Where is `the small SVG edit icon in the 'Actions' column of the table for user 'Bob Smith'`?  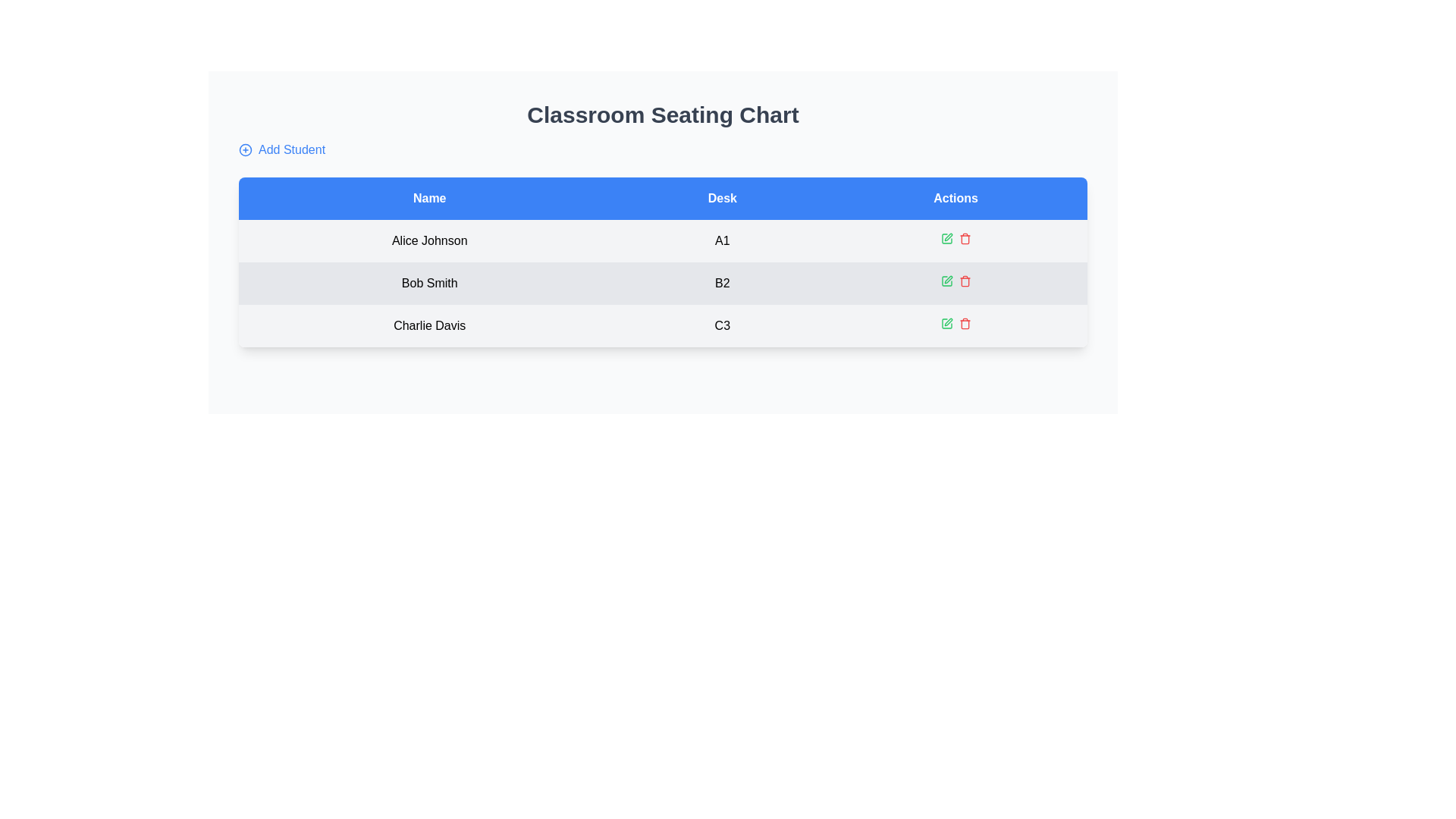
the small SVG edit icon in the 'Actions' column of the table for user 'Bob Smith' is located at coordinates (947, 280).